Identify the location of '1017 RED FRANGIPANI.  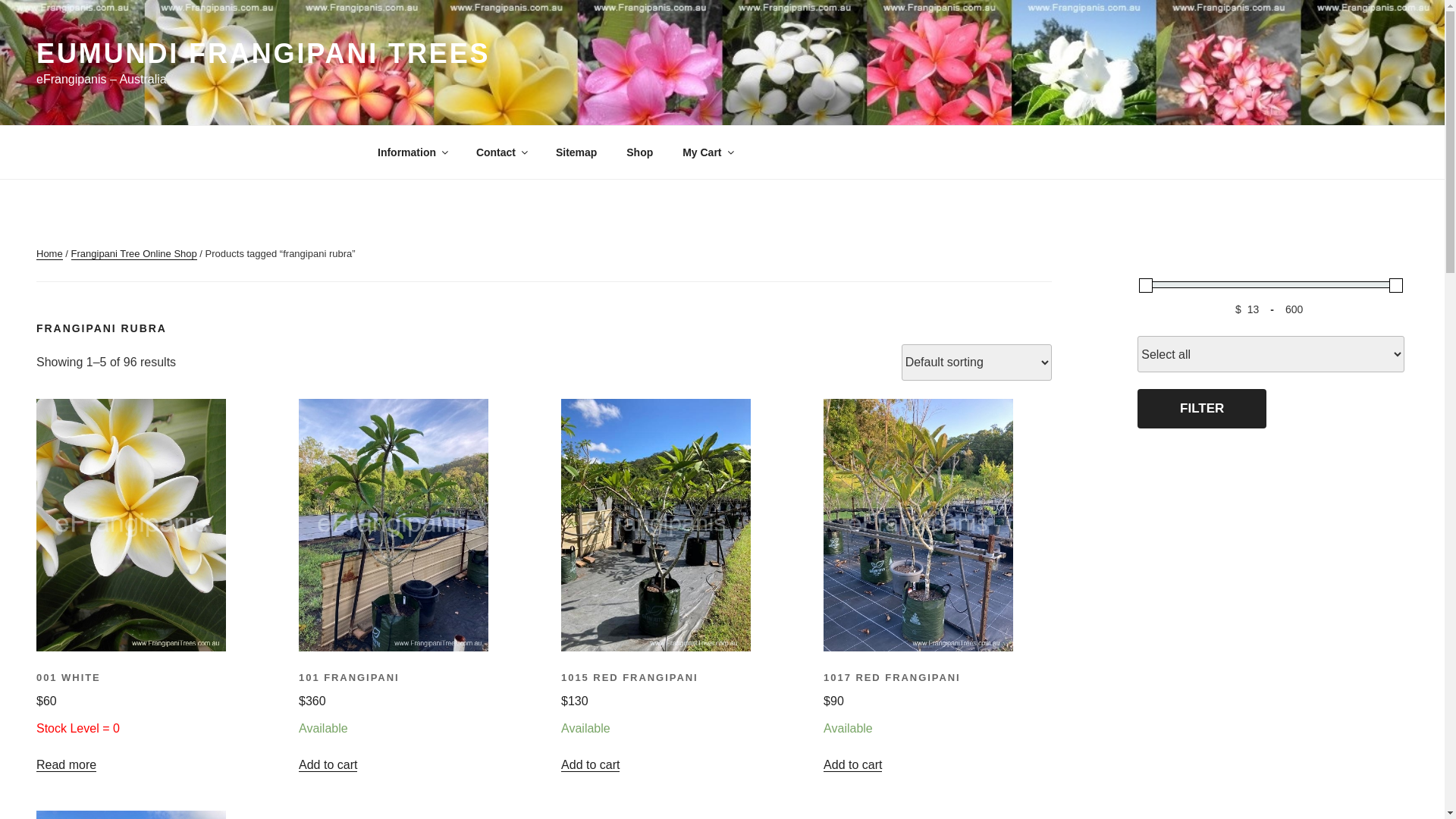
(822, 705).